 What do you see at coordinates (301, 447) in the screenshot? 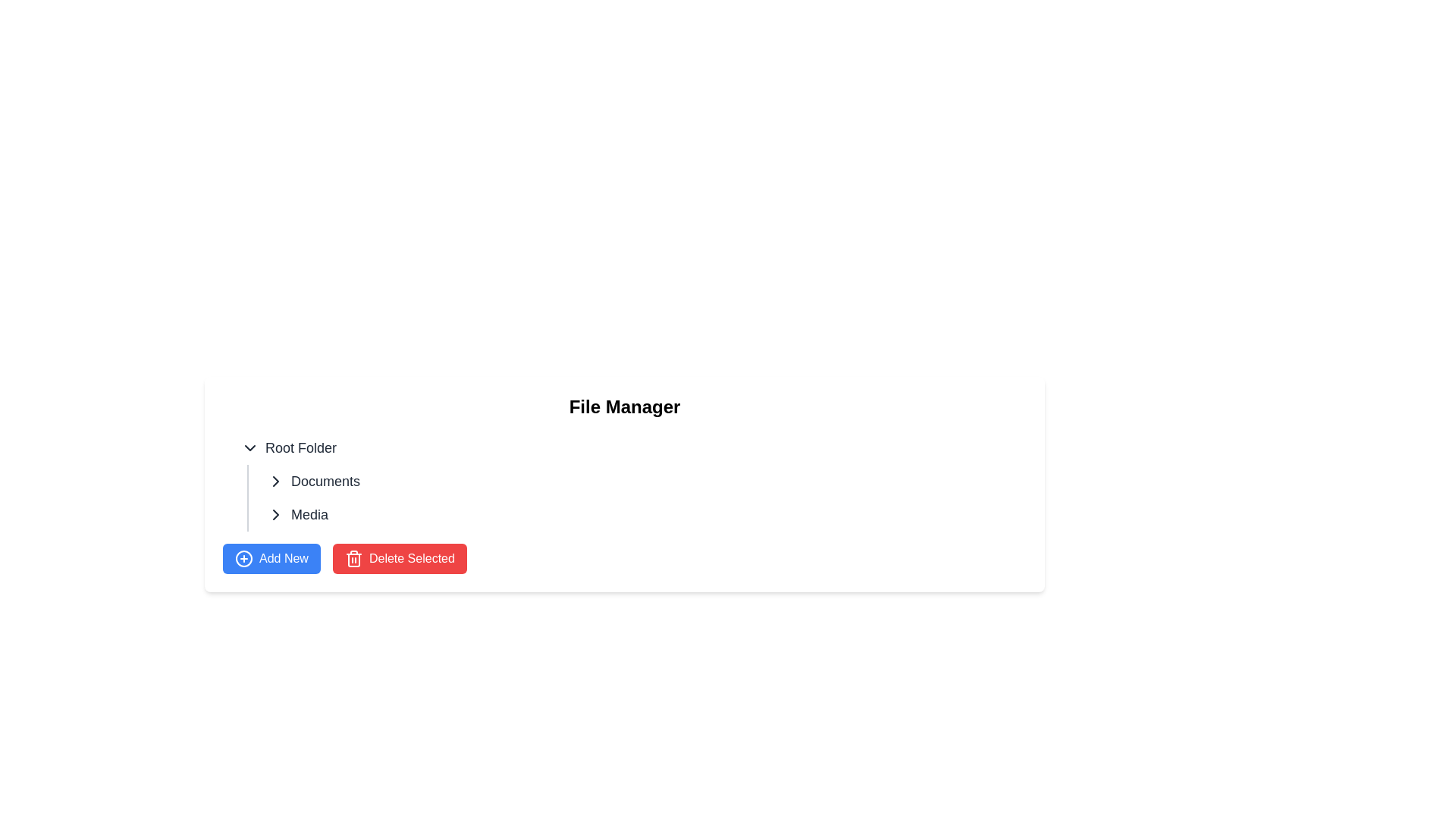
I see `the text label indicating the name of the primary folder in the file management application, located directly below the collapsible icon and above sub-items like 'Documents' and 'Media'` at bounding box center [301, 447].